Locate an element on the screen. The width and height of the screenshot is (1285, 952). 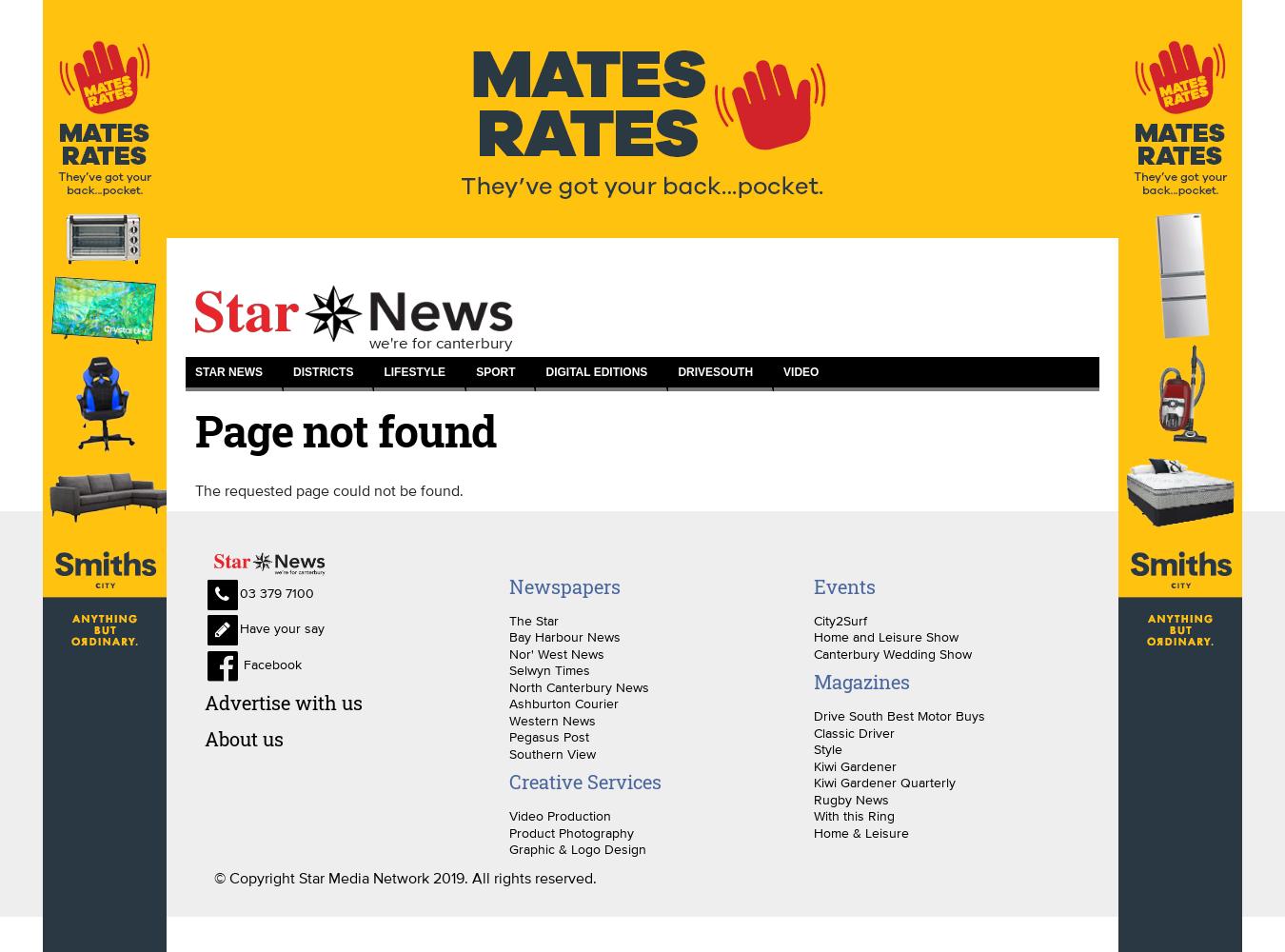
'Southern View' is located at coordinates (551, 753).